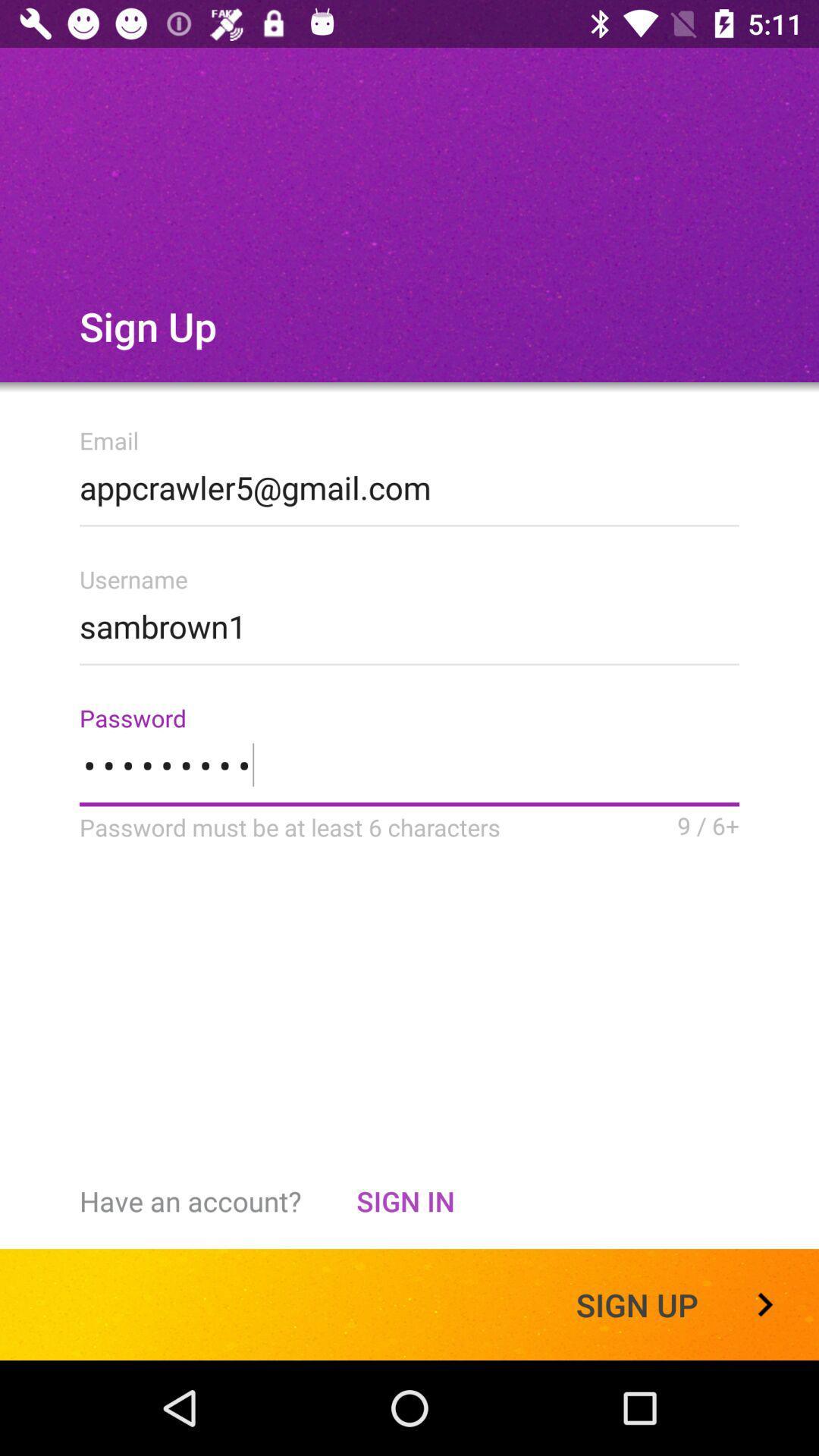  Describe the element at coordinates (409, 774) in the screenshot. I see `the icon below the sambrown1 icon` at that location.